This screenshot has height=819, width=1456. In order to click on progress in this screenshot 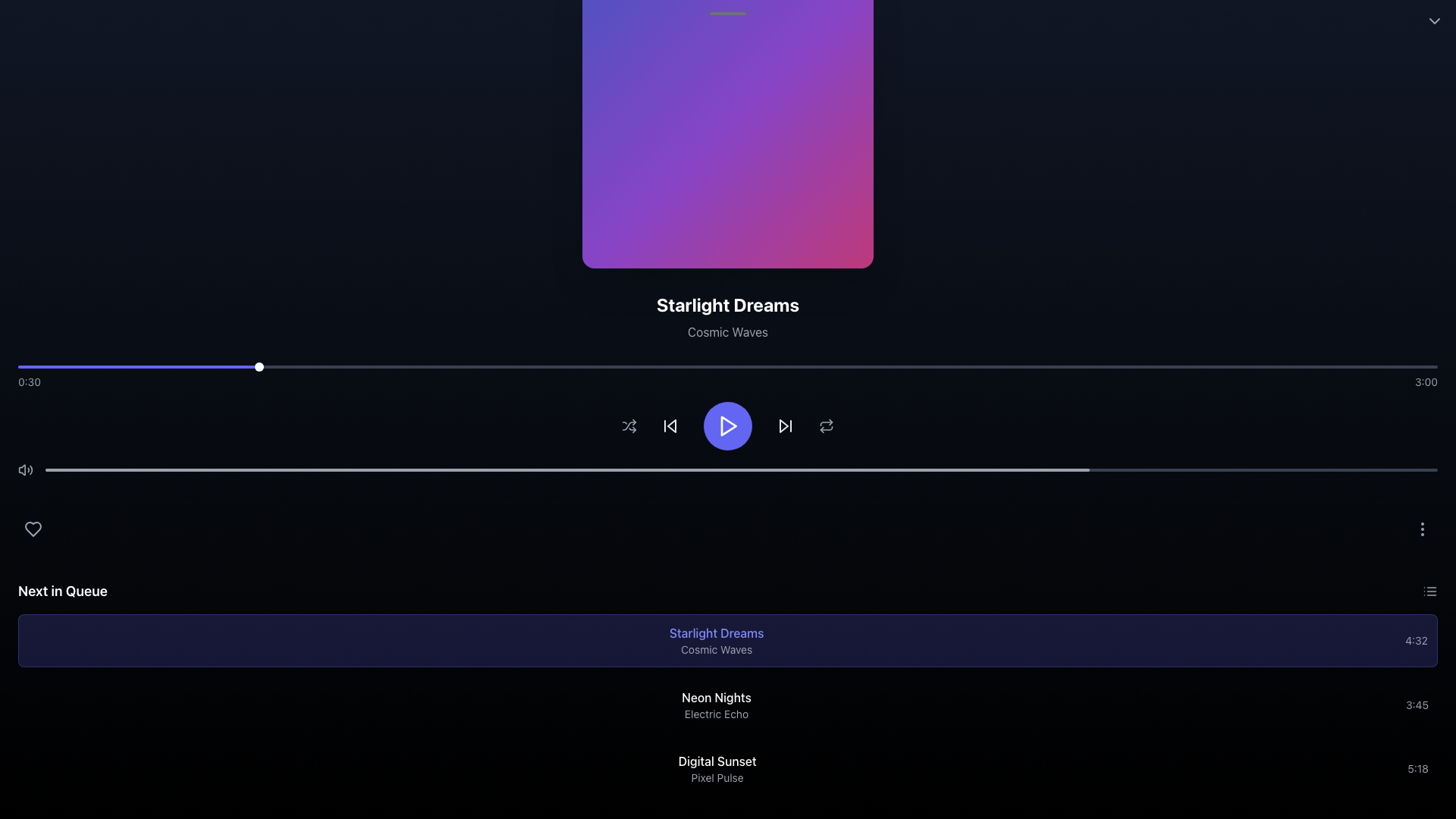, I will do `click(232, 366)`.